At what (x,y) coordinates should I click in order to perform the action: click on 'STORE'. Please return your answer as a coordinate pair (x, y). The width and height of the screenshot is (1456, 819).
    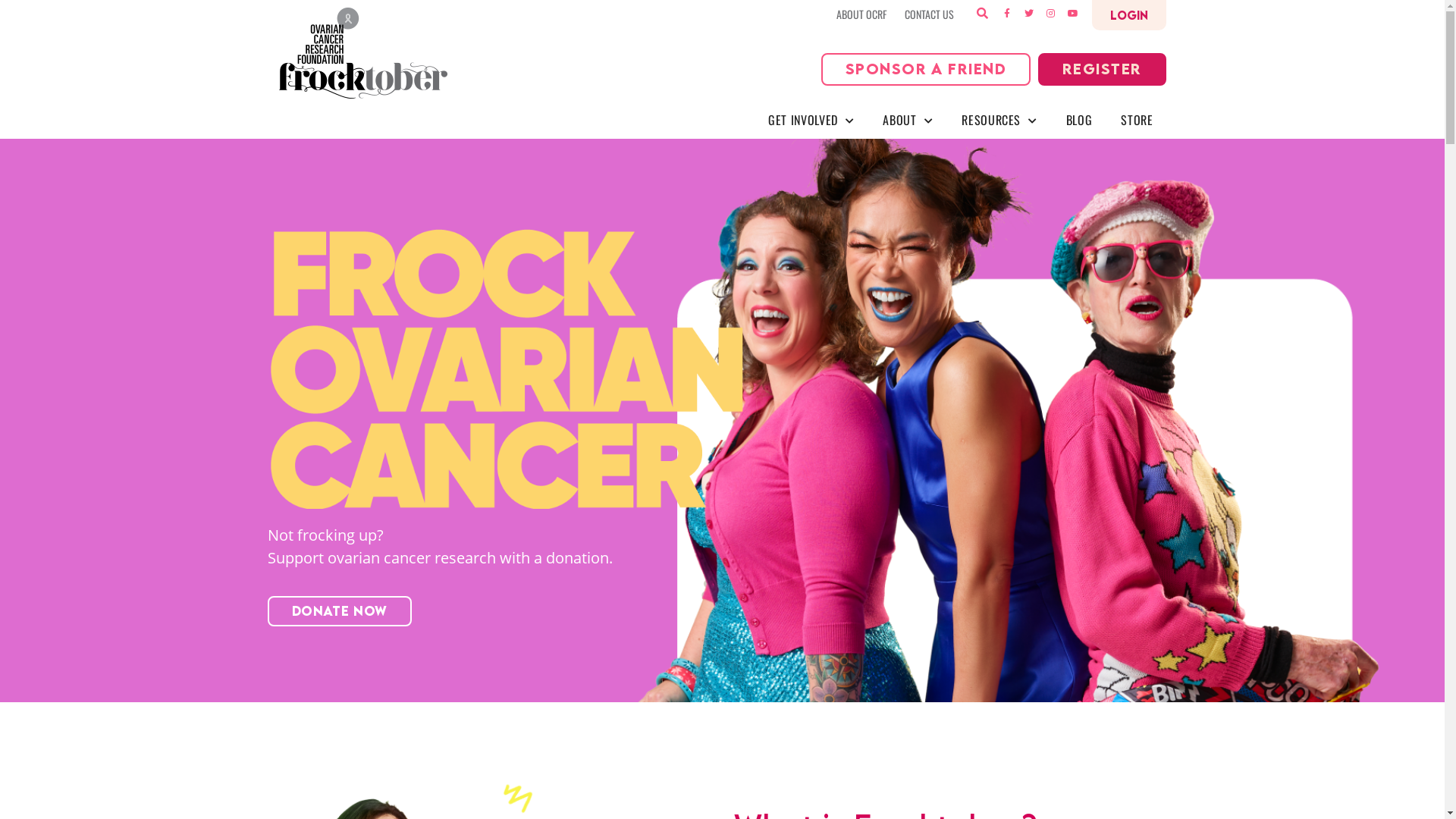
    Looking at the image, I should click on (1136, 119).